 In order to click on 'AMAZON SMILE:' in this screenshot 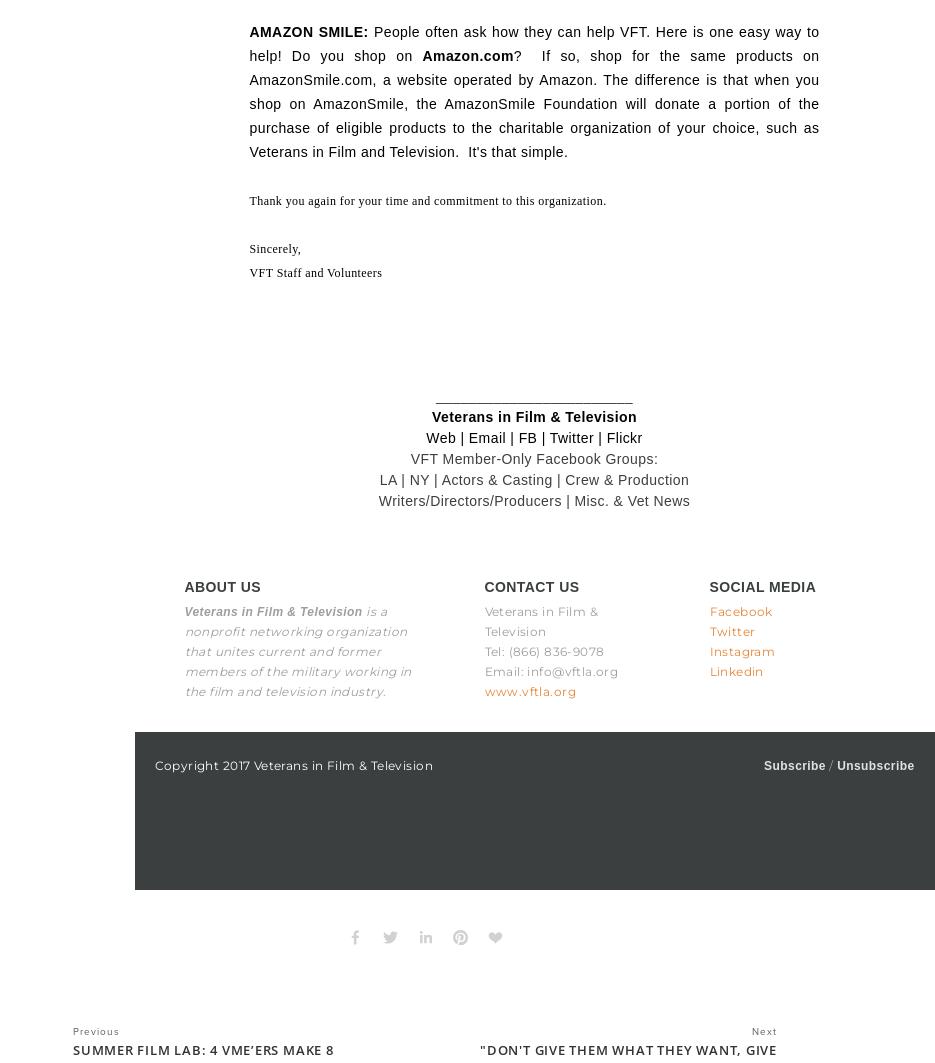, I will do `click(308, 31)`.